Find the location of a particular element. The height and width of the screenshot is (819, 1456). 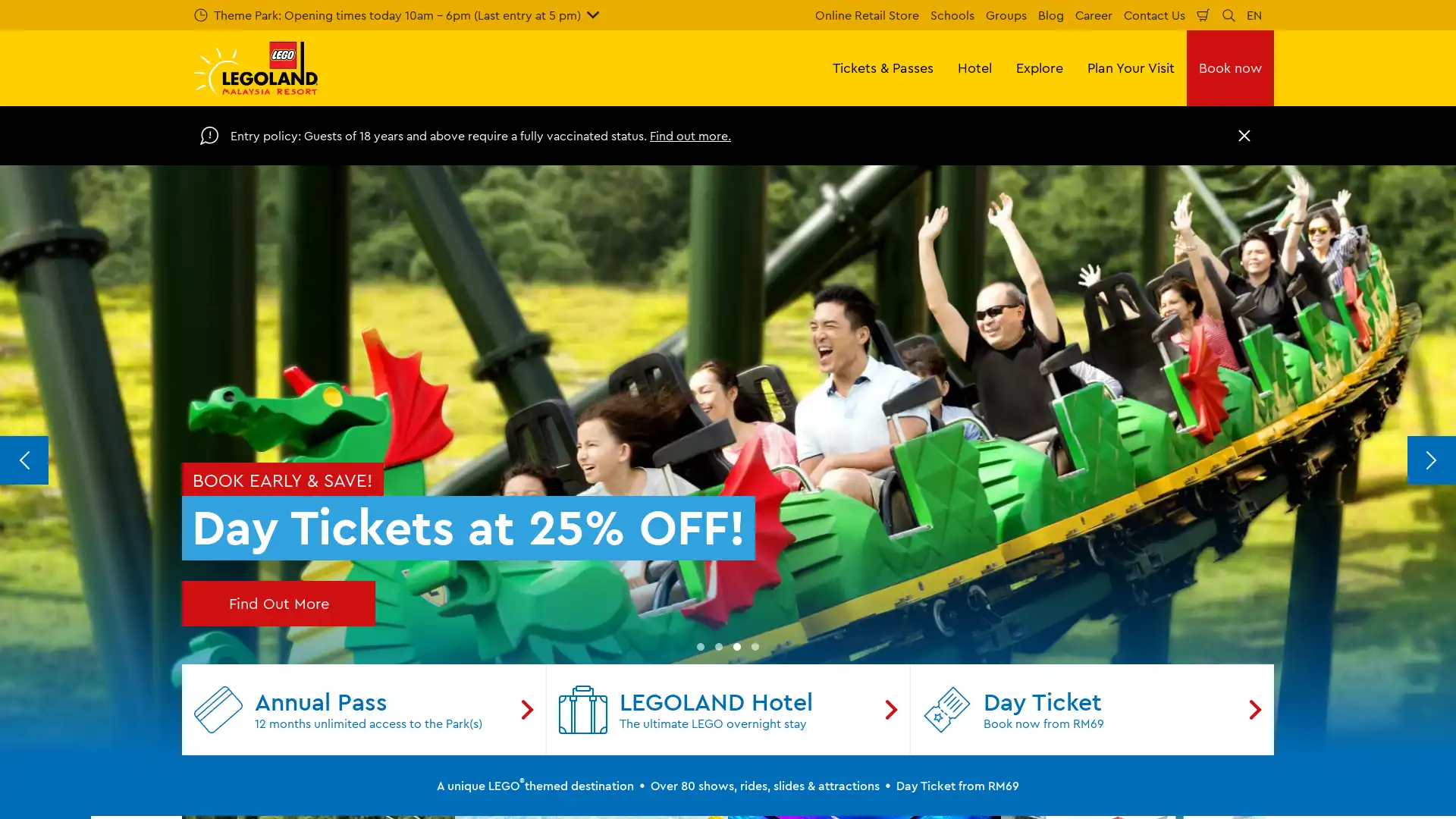

Go to slide 4 is located at coordinates (755, 646).